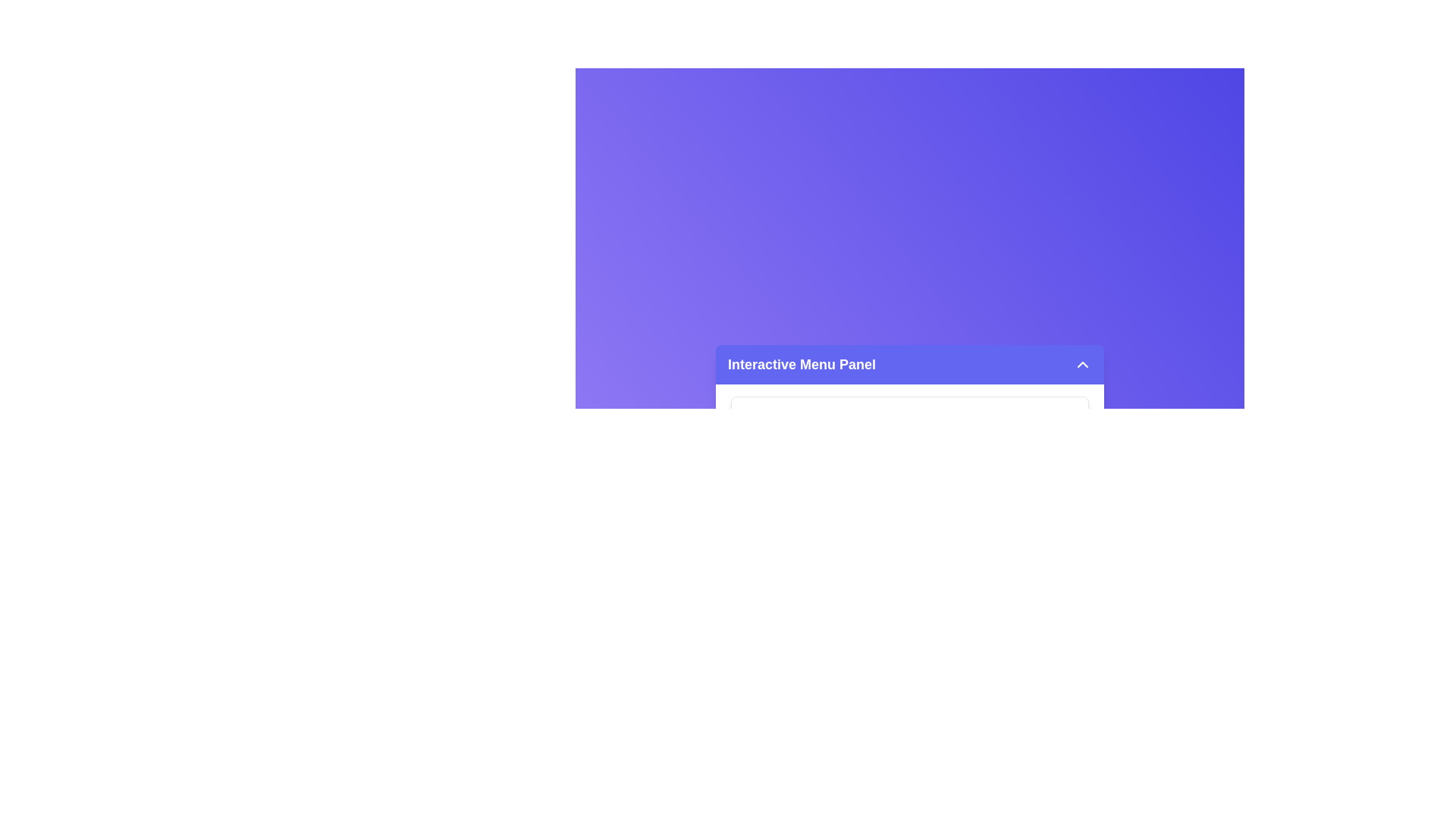 This screenshot has height=819, width=1456. Describe the element at coordinates (1082, 365) in the screenshot. I see `the toggle button in the header of the menu` at that location.